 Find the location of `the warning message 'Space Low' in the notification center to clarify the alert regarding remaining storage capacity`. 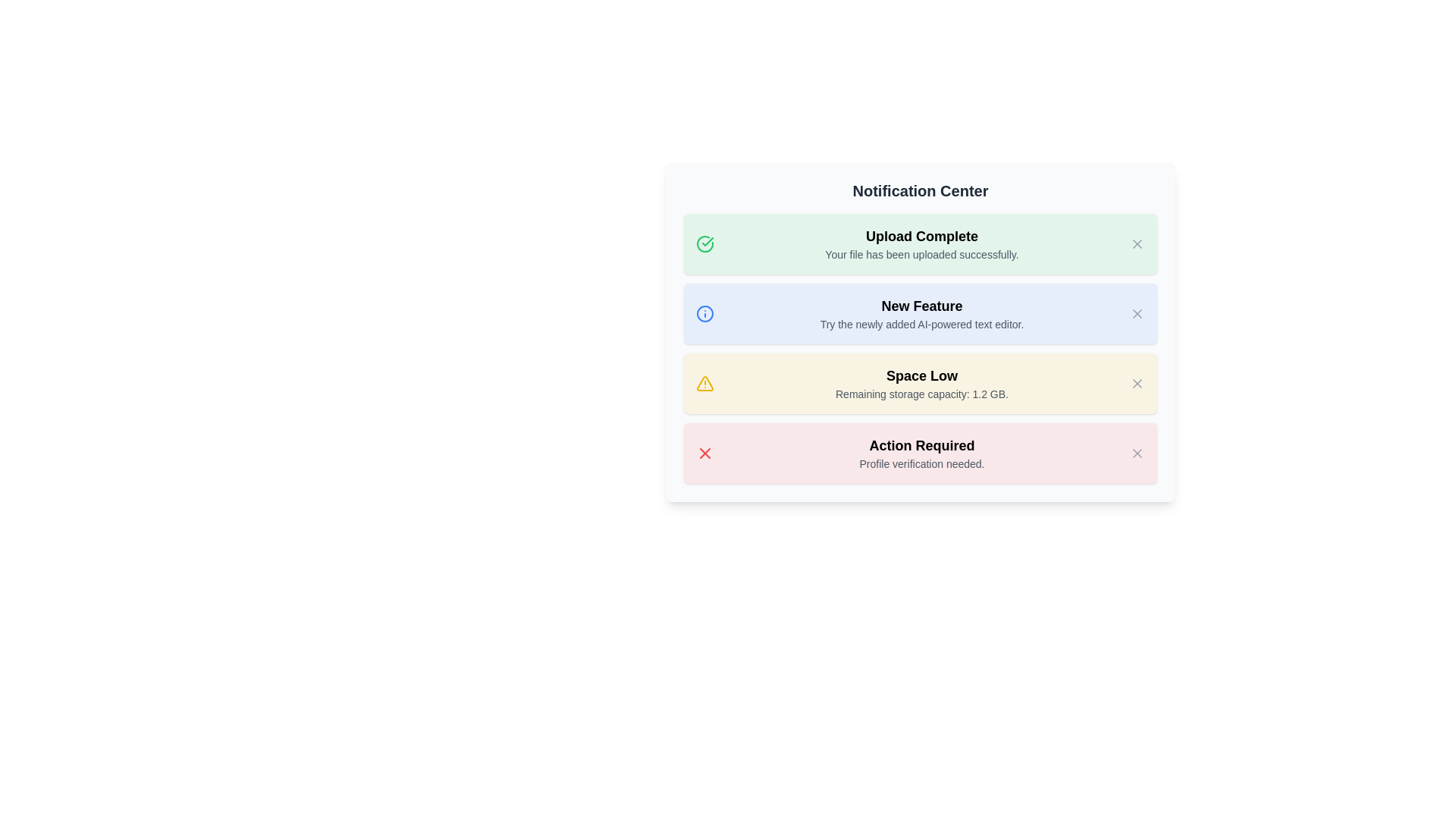

the warning message 'Space Low' in the notification center to clarify the alert regarding remaining storage capacity is located at coordinates (921, 382).